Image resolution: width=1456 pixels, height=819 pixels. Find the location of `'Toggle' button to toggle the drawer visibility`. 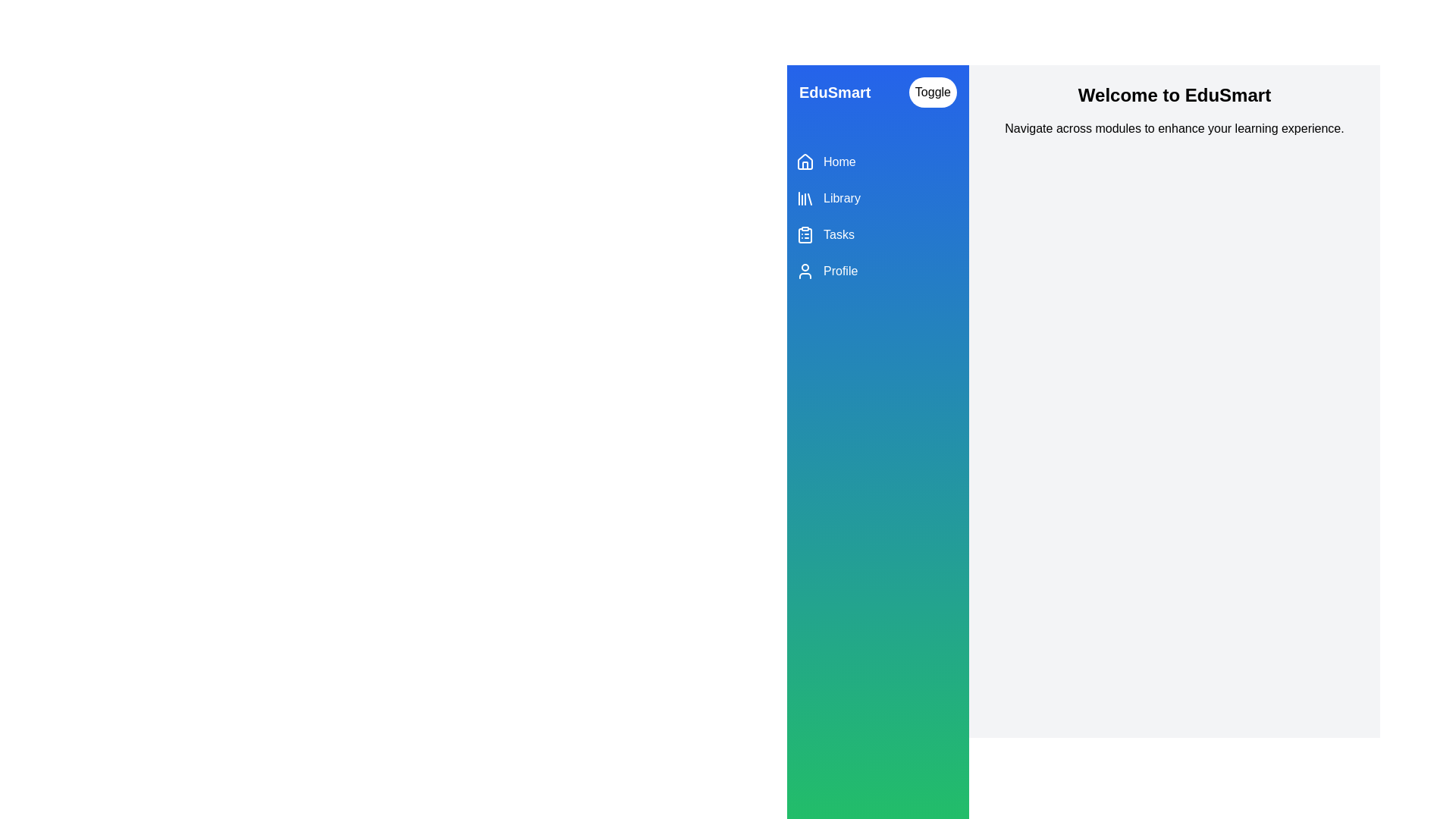

'Toggle' button to toggle the drawer visibility is located at coordinates (931, 93).